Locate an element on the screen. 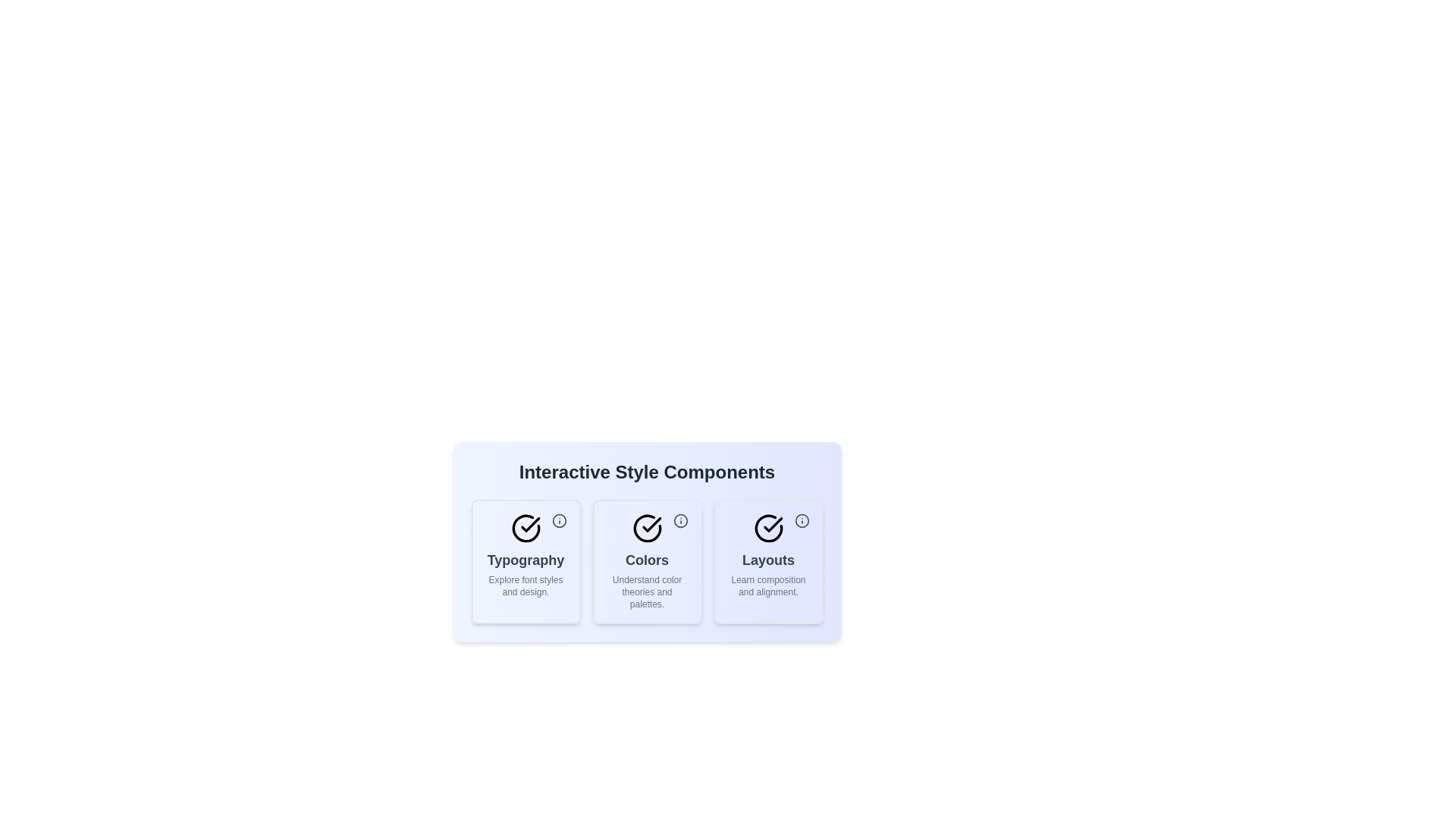  the icon within the chip labeled 'Layouts' is located at coordinates (801, 519).